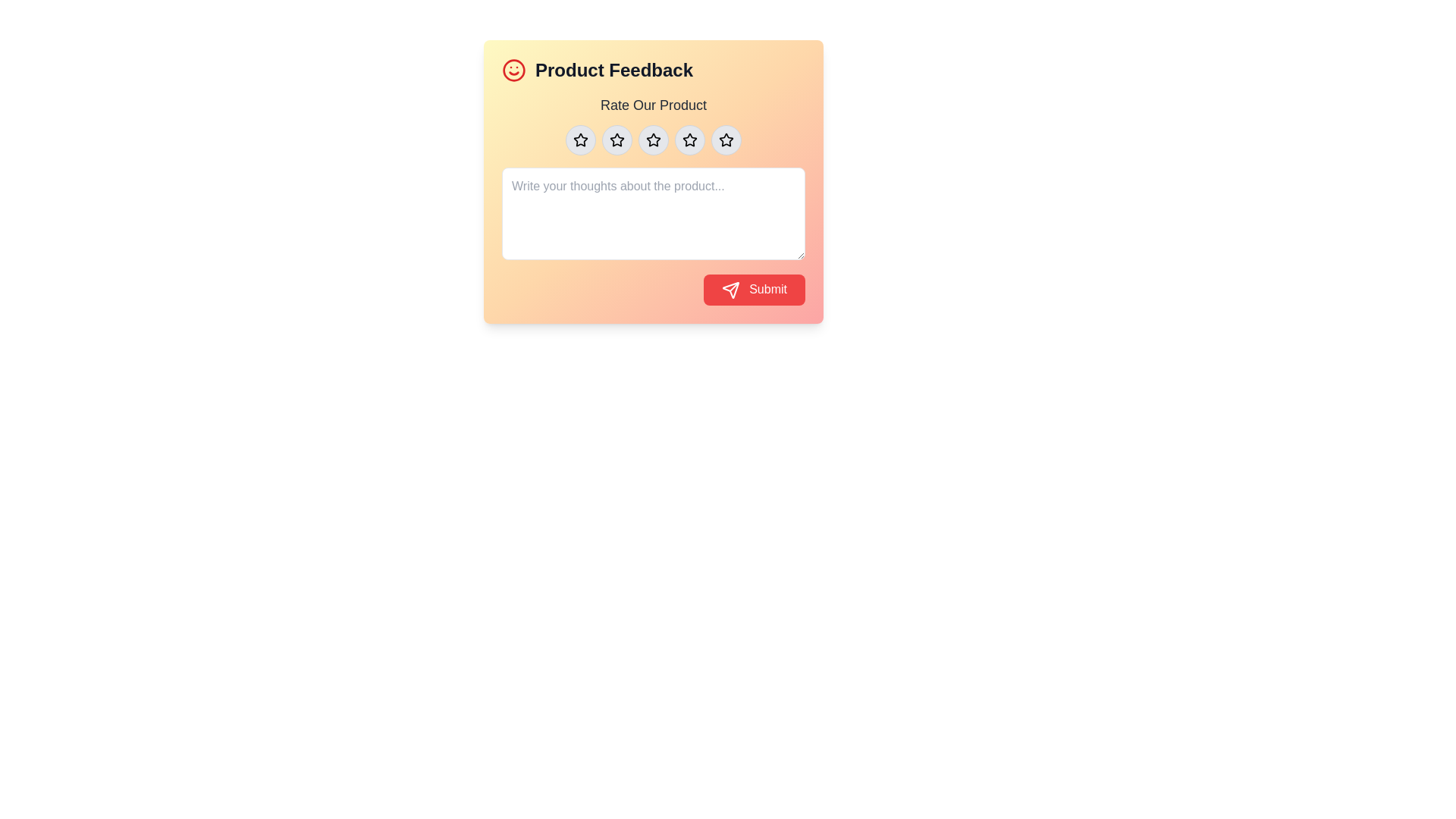  Describe the element at coordinates (580, 140) in the screenshot. I see `the first star-shaped icon in the 'Rate Our Product' section` at that location.